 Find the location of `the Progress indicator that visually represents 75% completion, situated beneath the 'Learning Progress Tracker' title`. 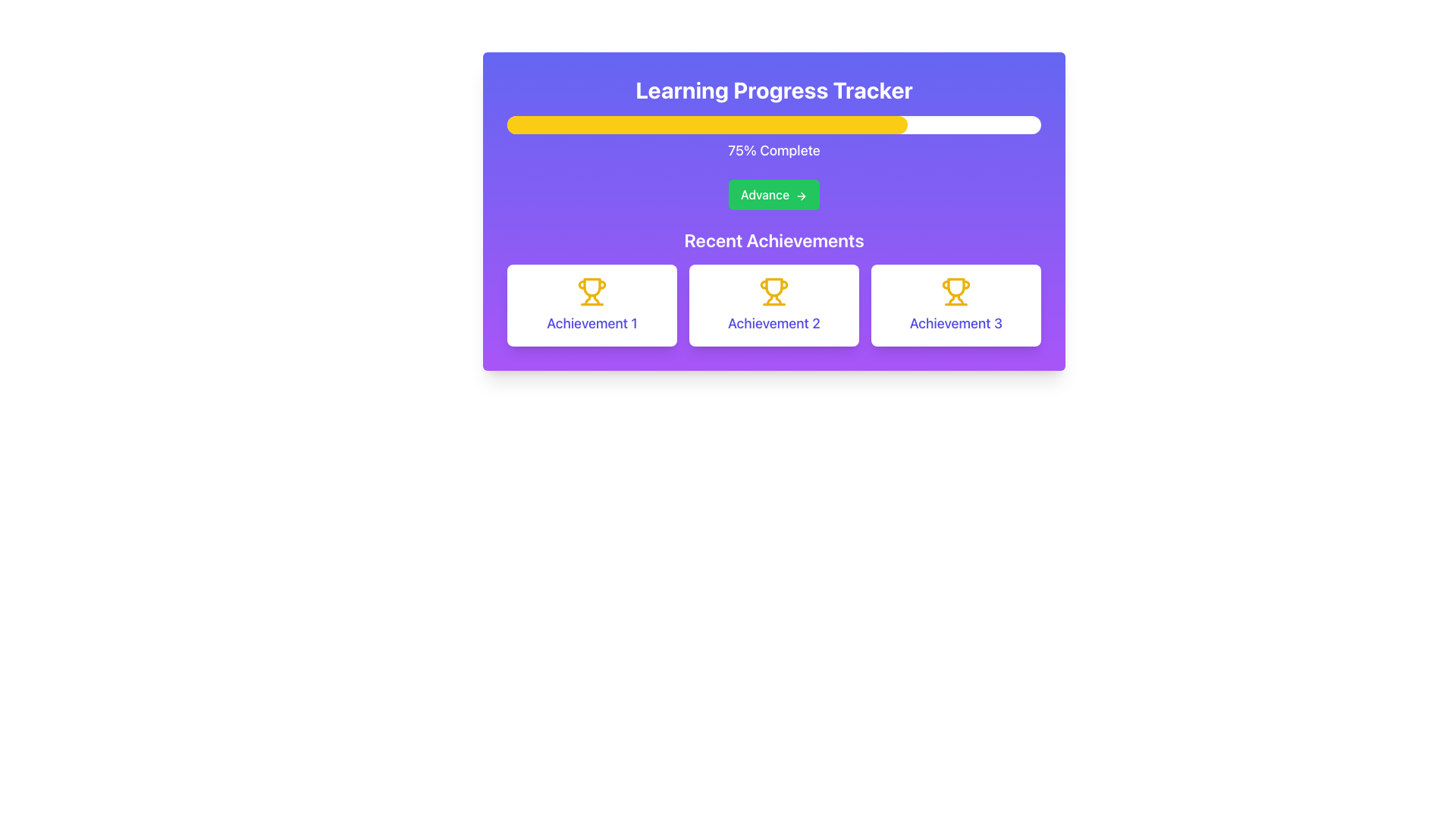

the Progress indicator that visually represents 75% completion, situated beneath the 'Learning Progress Tracker' title is located at coordinates (706, 124).